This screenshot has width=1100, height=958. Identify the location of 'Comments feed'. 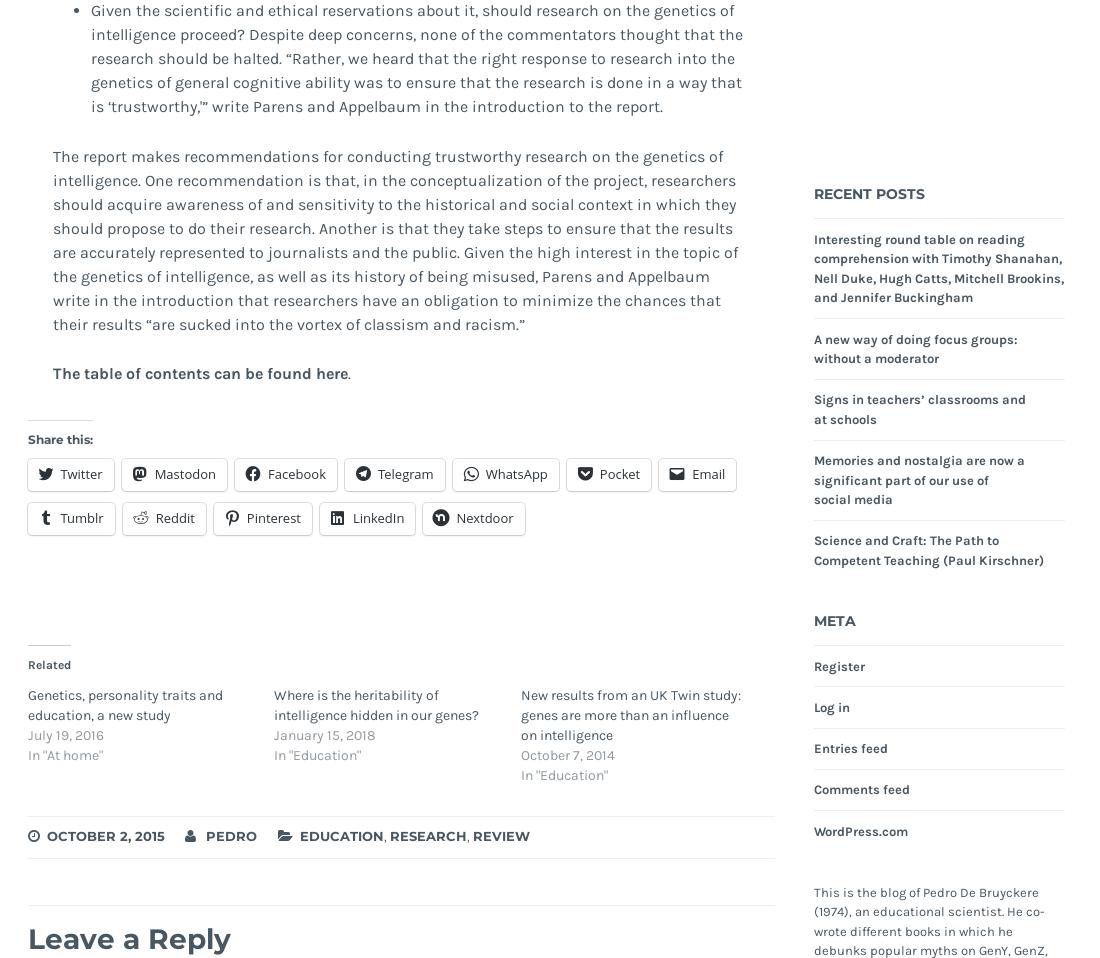
(859, 789).